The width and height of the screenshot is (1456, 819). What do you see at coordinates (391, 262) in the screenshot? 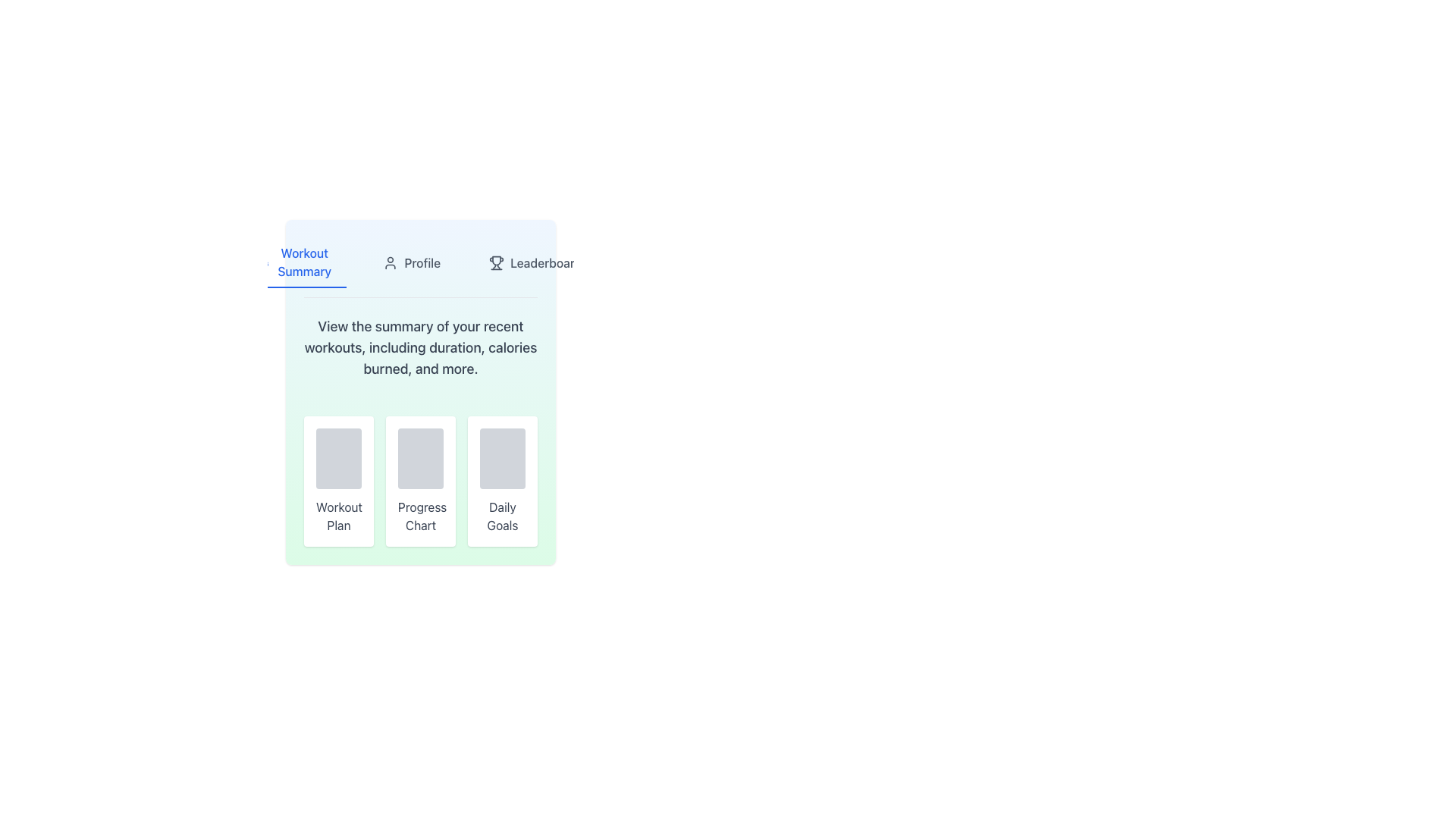
I see `the user profile avatar icon, which is a minimalistic drawing of a person, located to the left of the text 'Profile' in the horizontal navigation menu` at bounding box center [391, 262].